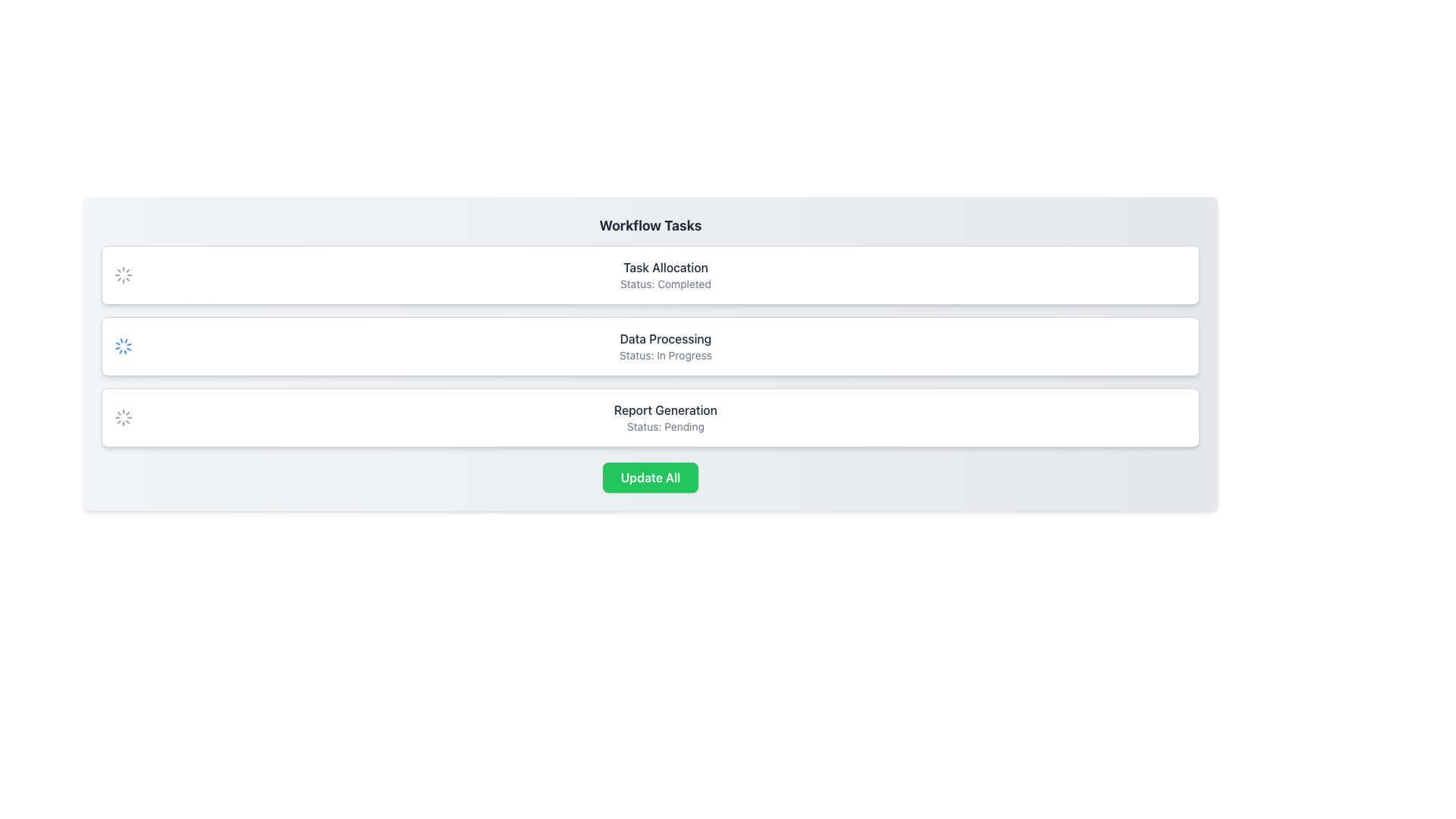 This screenshot has height=819, width=1456. Describe the element at coordinates (666, 338) in the screenshot. I see `the static text label 'Data Processing'` at that location.